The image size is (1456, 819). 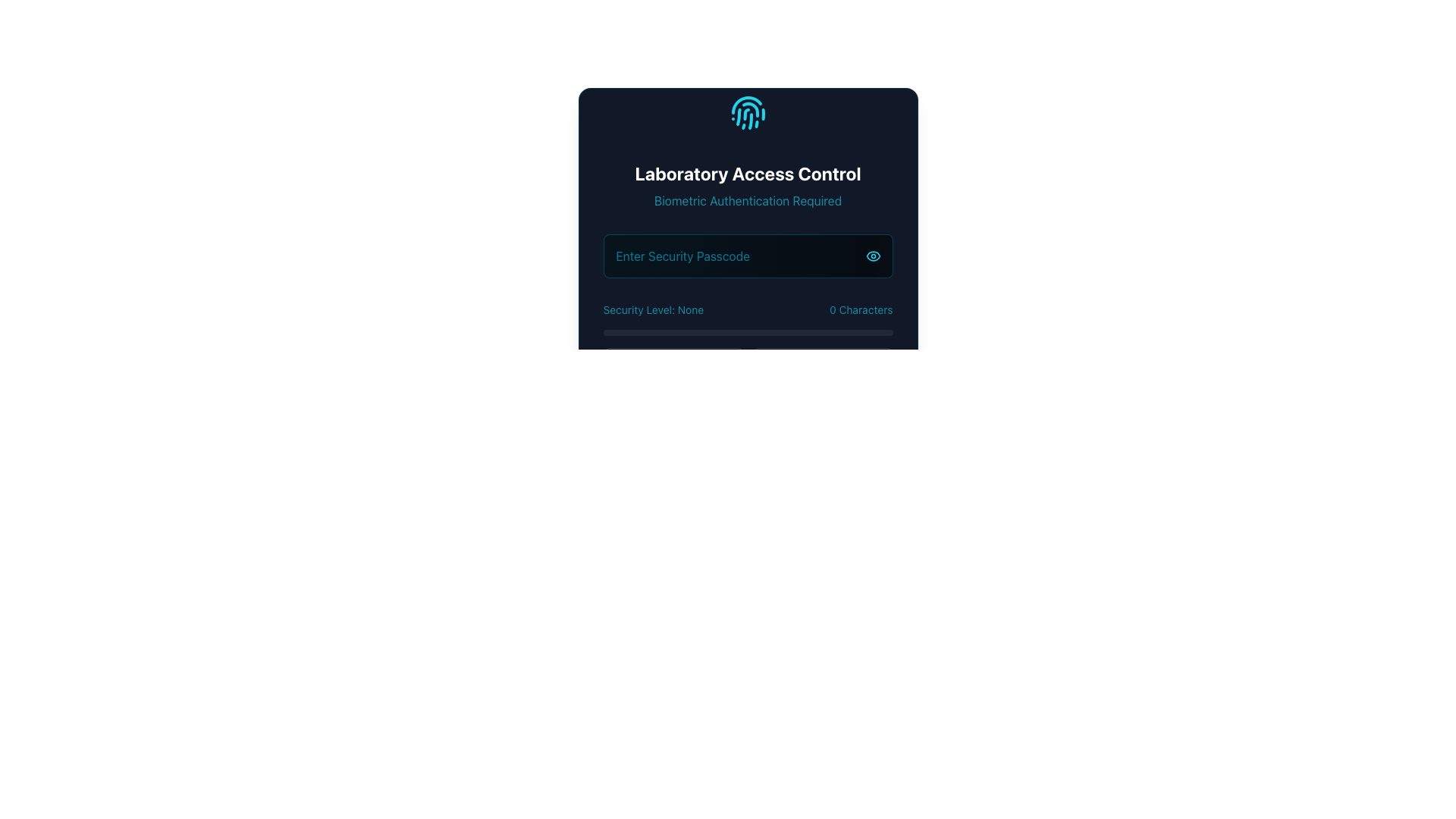 What do you see at coordinates (750, 121) in the screenshot?
I see `the Icon segment of the fingerprint graphic, which is located in the lower middle segment of the graphic above the text 'Laboratory Access Control'` at bounding box center [750, 121].